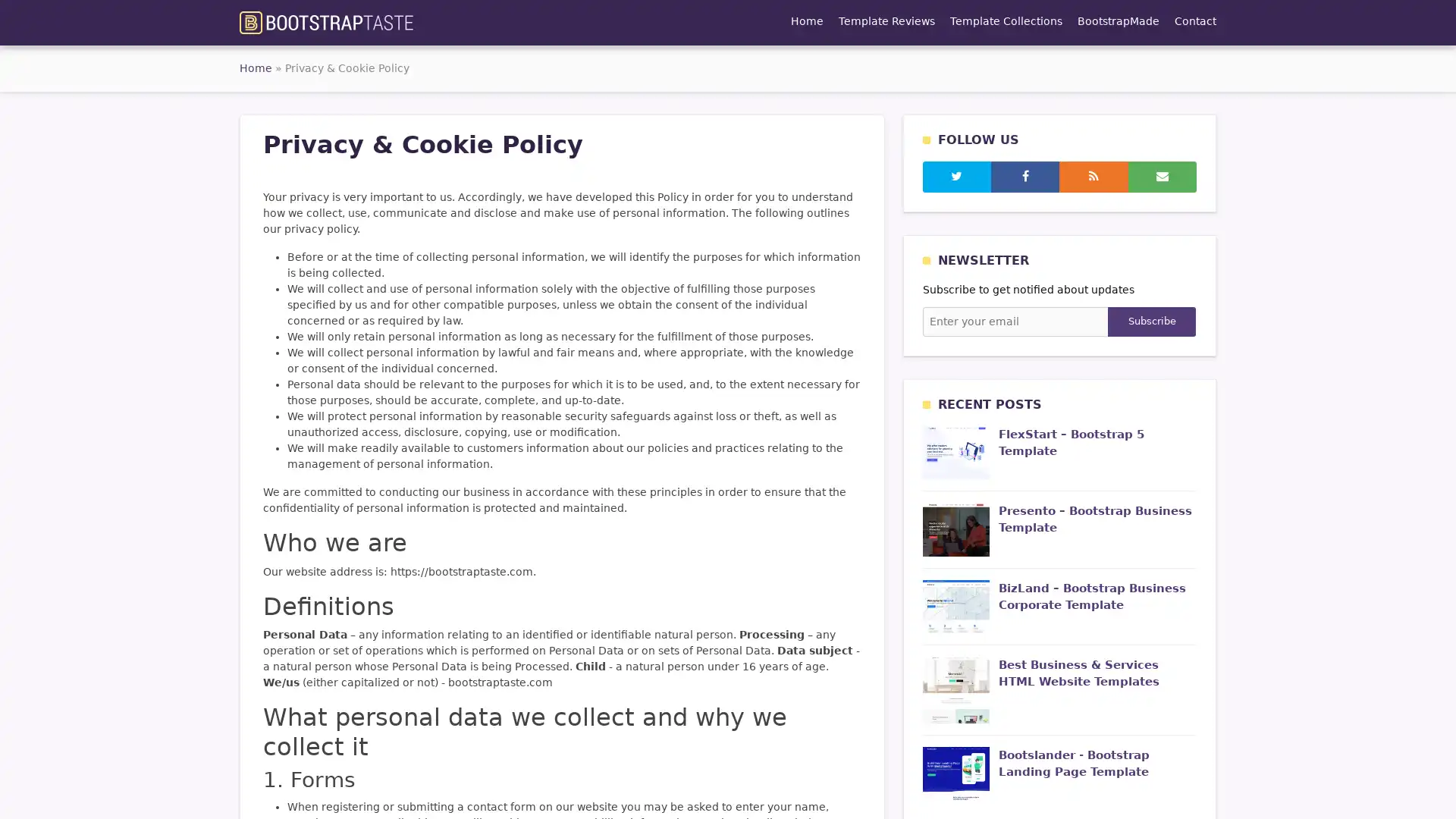 The image size is (1456, 819). Describe the element at coordinates (1151, 321) in the screenshot. I see `Subscribe` at that location.